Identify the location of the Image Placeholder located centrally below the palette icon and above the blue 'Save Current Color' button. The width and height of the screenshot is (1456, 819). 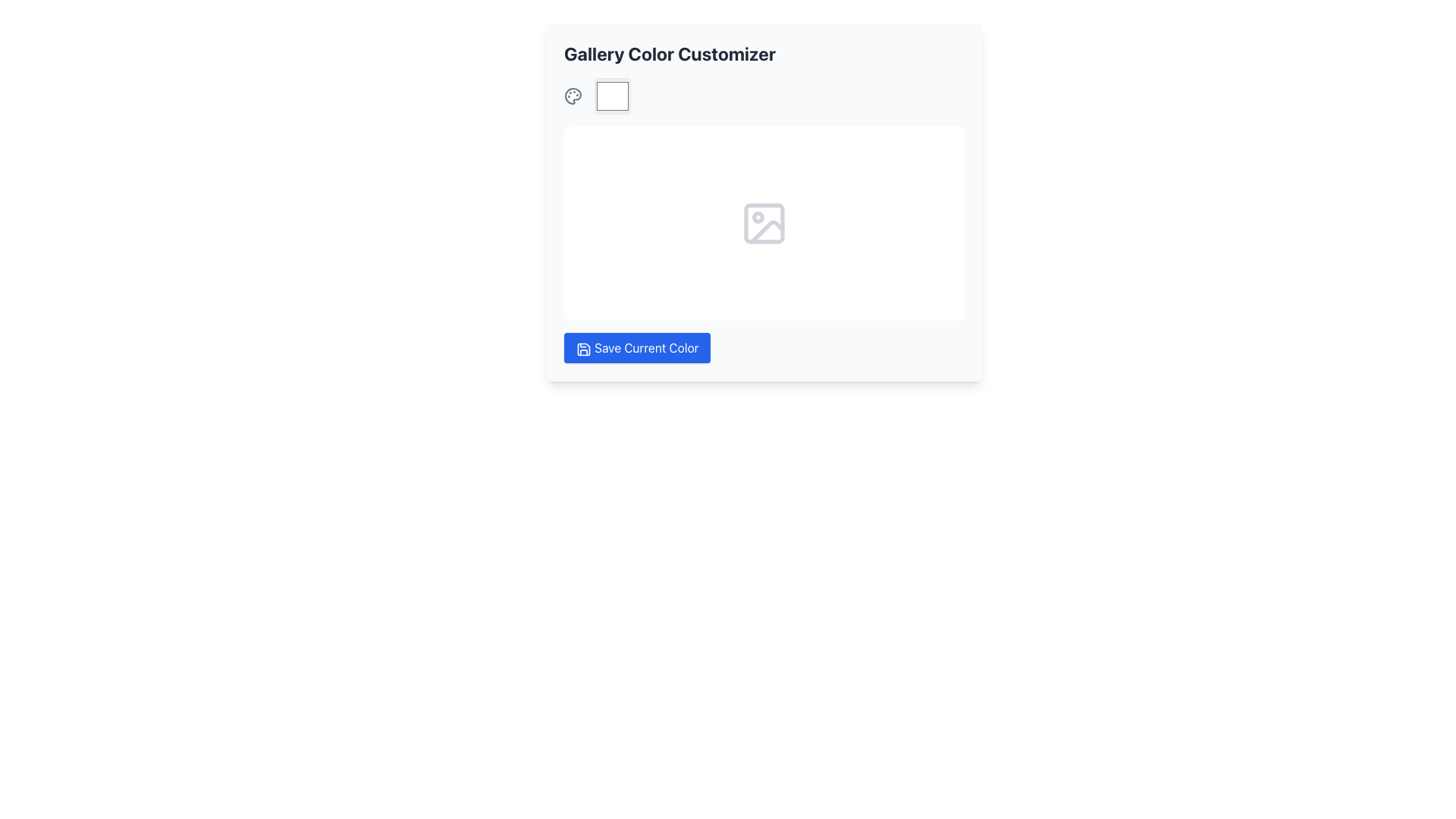
(764, 220).